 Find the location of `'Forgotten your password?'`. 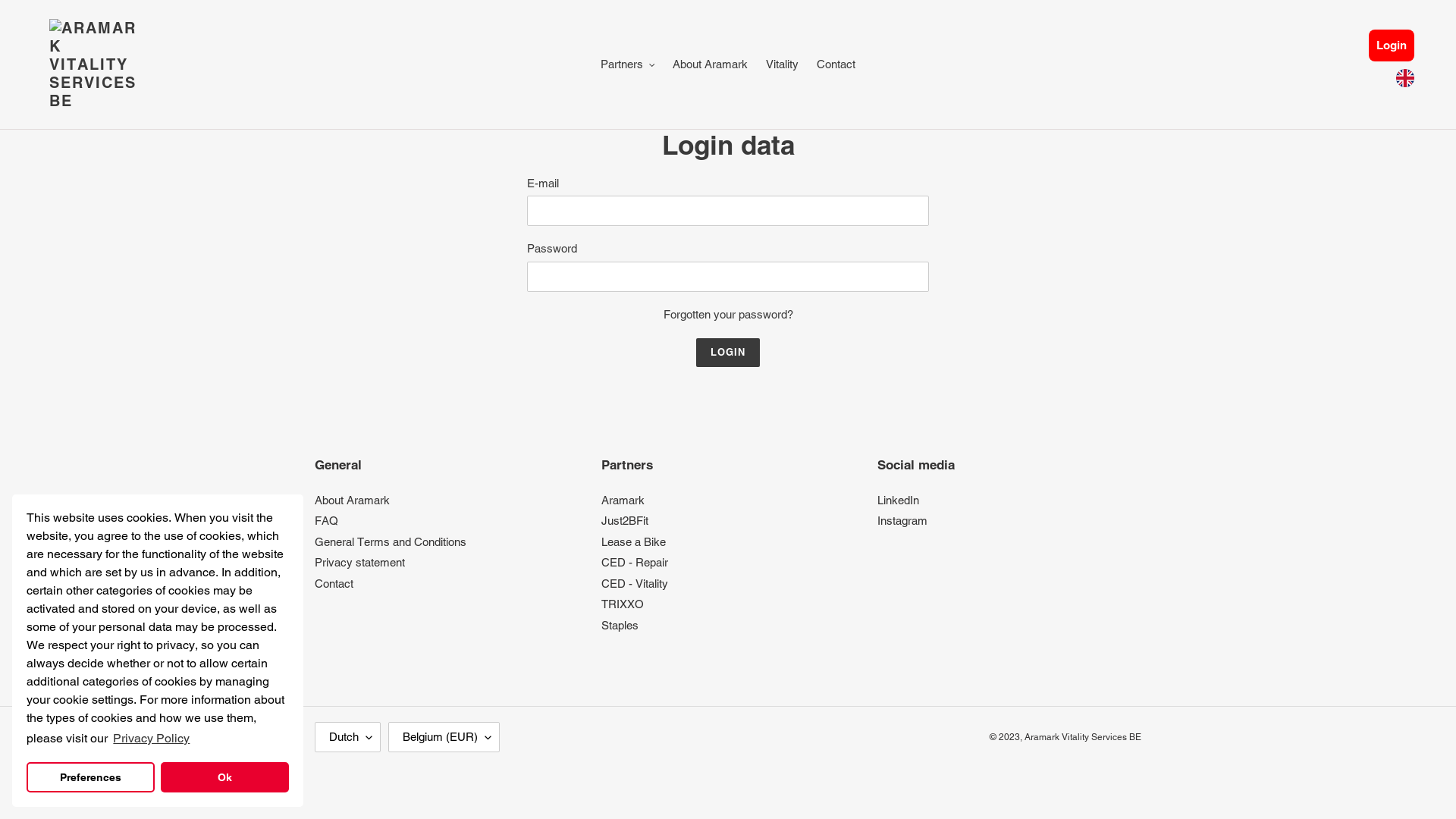

'Forgotten your password?' is located at coordinates (726, 313).